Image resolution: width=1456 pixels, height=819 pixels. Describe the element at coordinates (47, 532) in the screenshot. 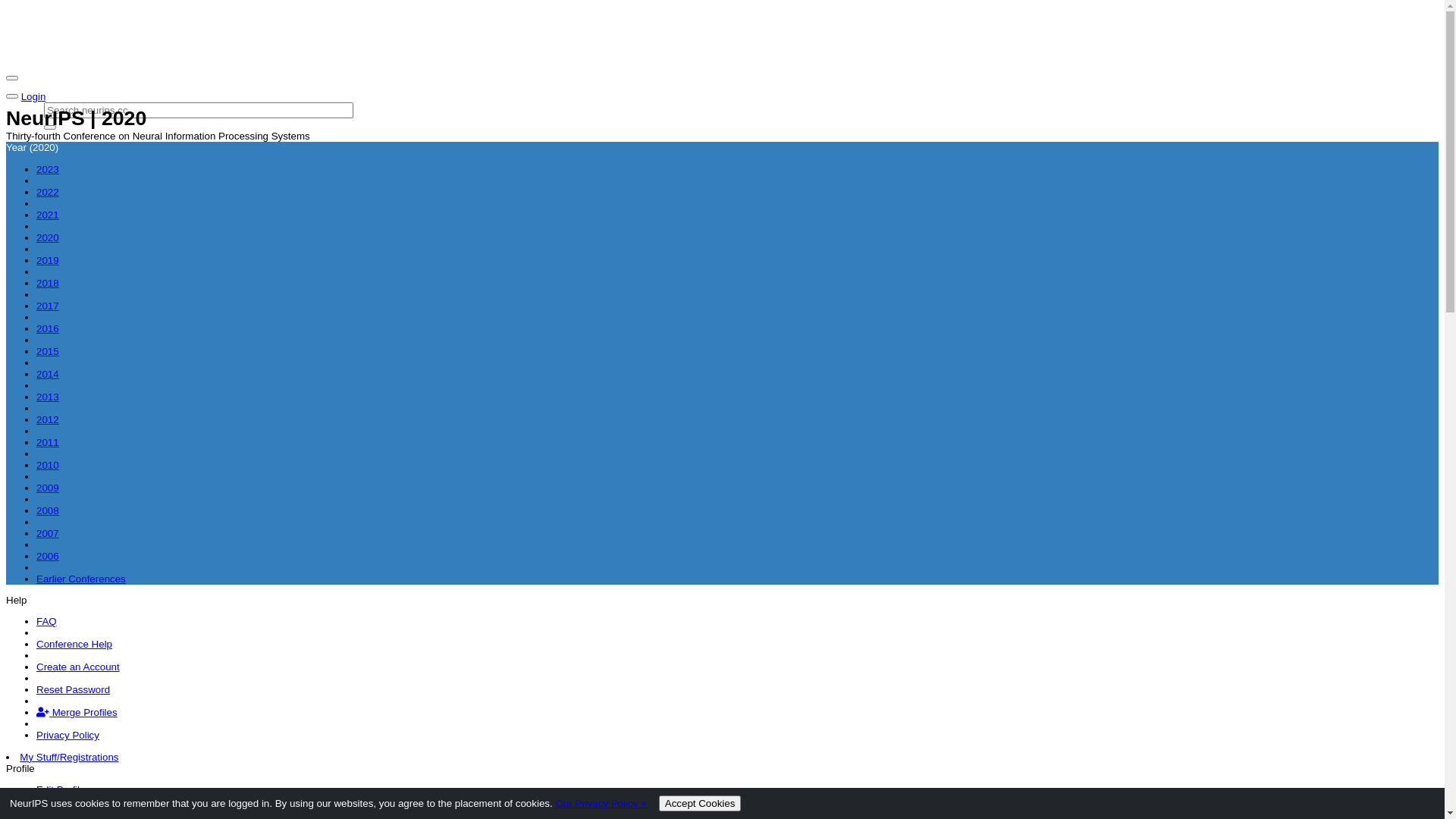

I see `'2007'` at that location.